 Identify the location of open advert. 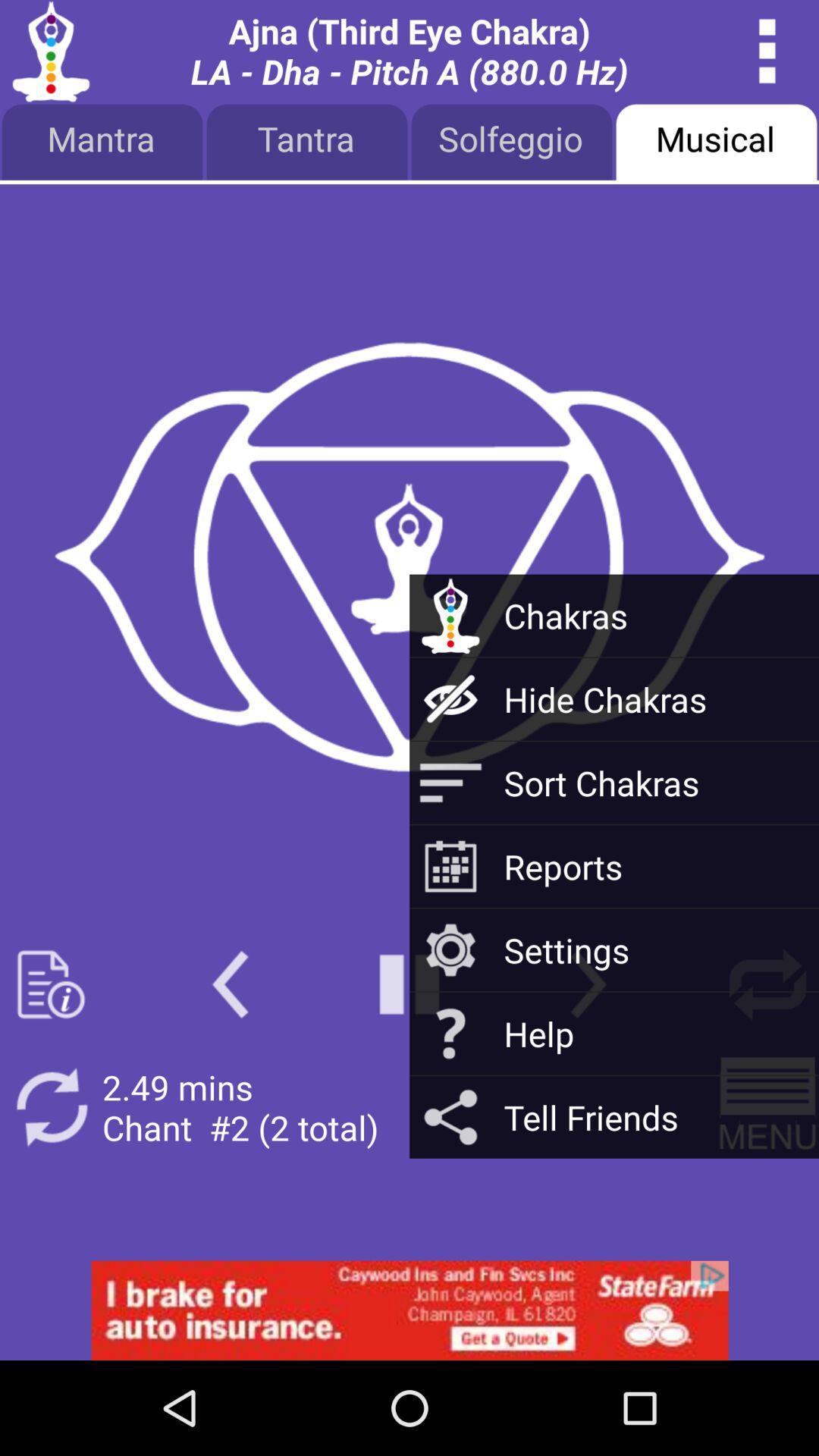
(409, 1310).